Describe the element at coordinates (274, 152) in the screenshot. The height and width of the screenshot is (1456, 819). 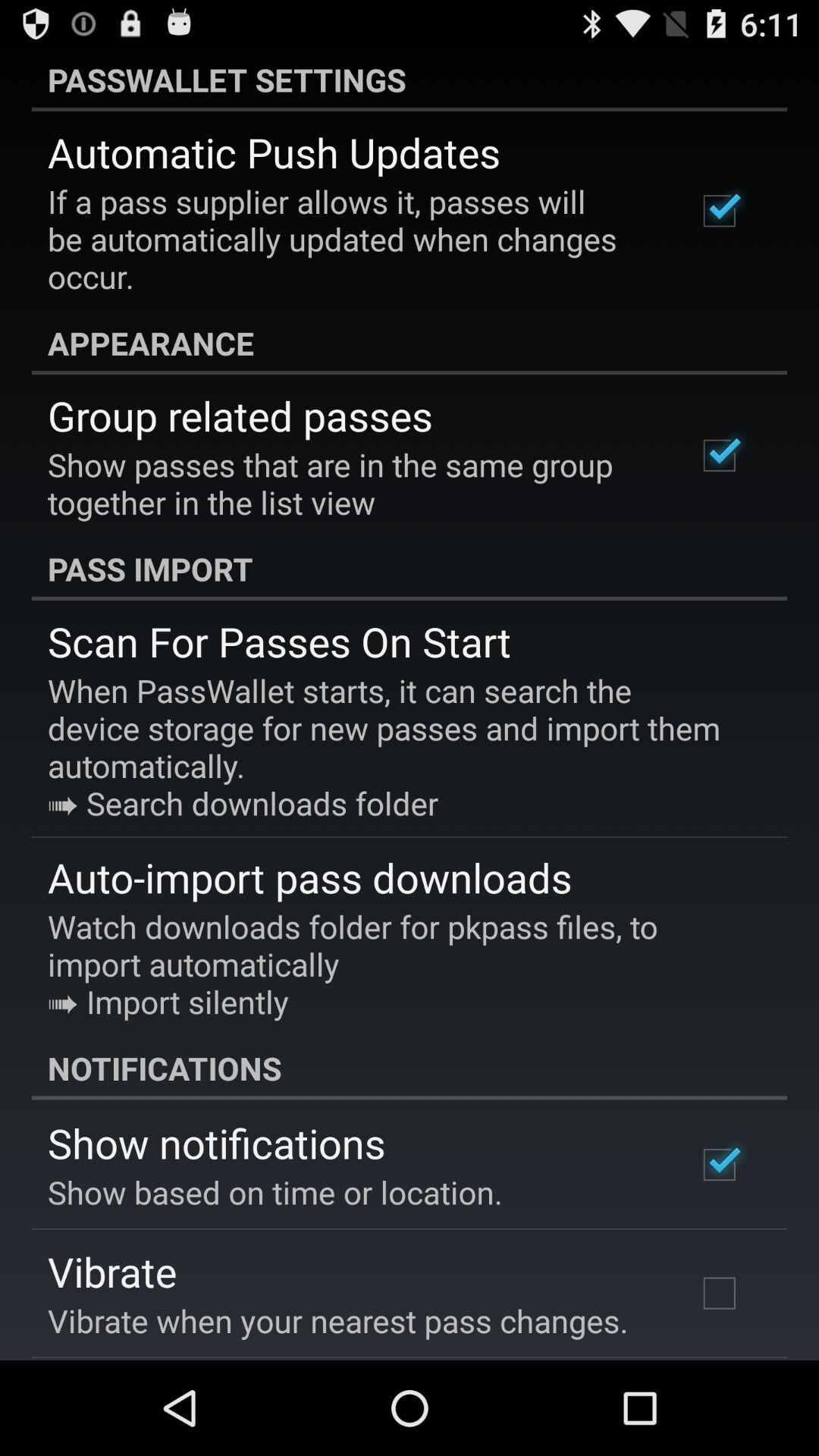
I see `automatic push updates` at that location.